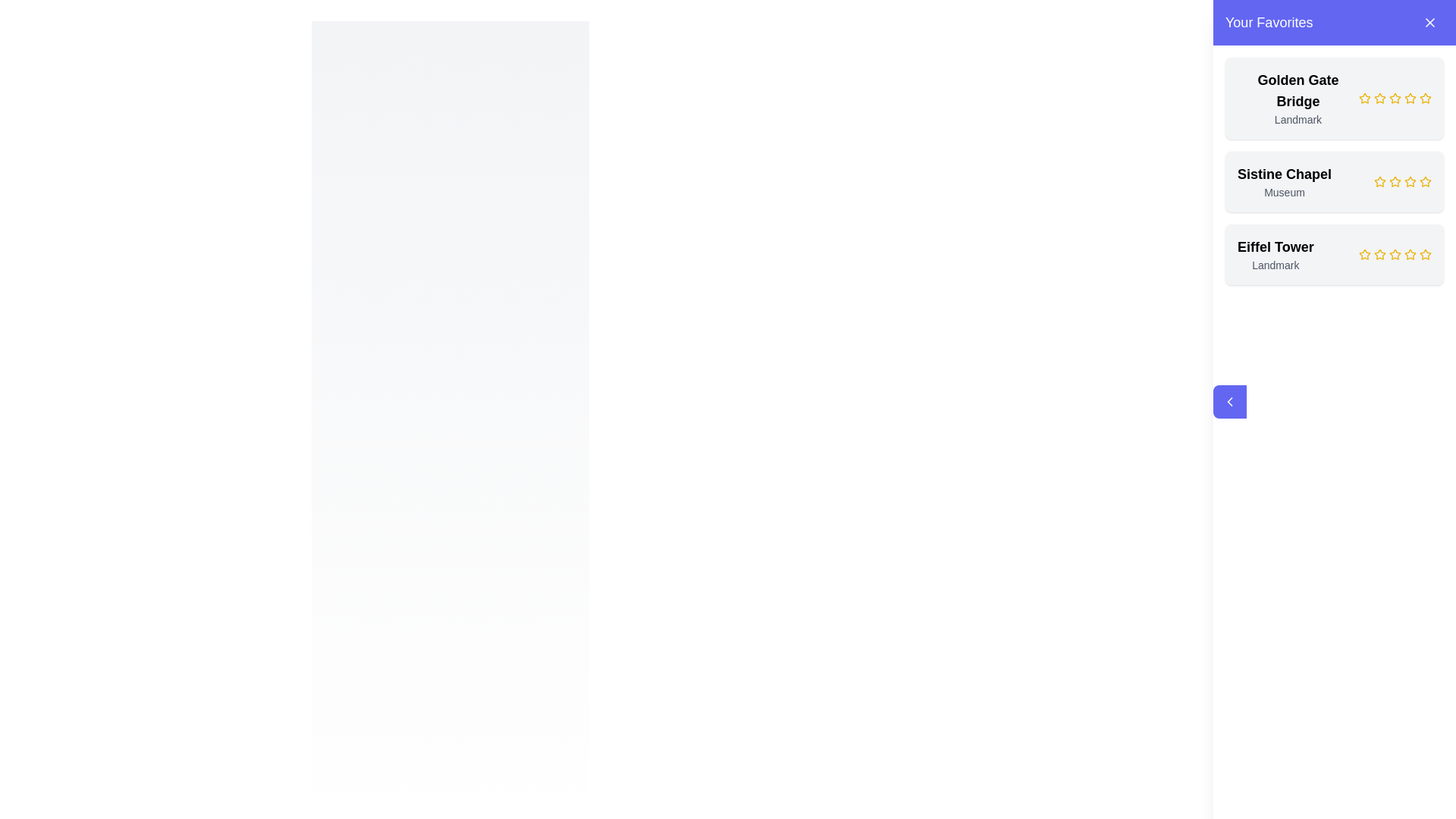 The image size is (1456, 819). I want to click on the second card in the 'Your Favorites' panel representing the Sistine Chapel, so click(1335, 180).